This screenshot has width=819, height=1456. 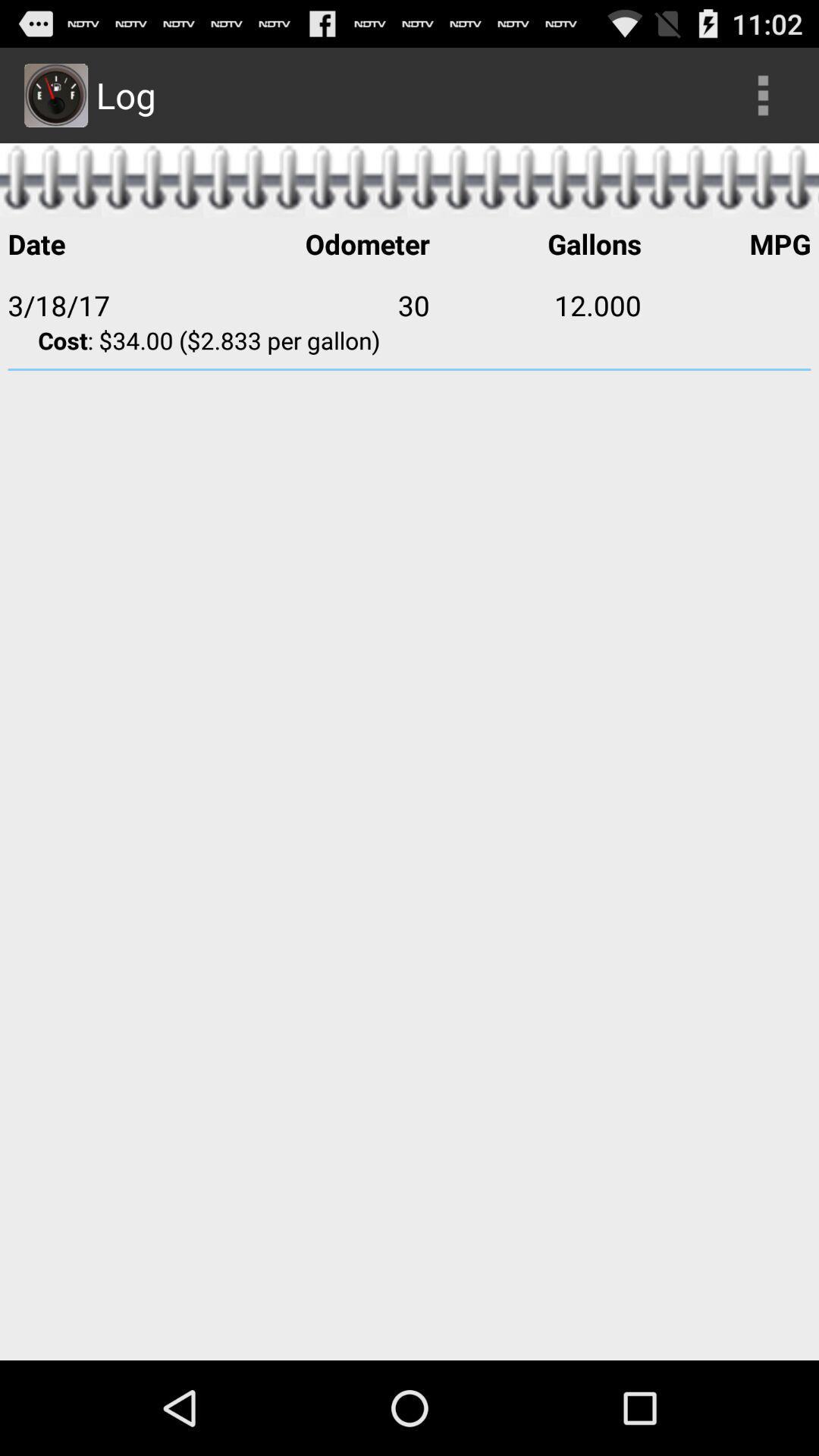 What do you see at coordinates (409, 339) in the screenshot?
I see `the cost 34 00 app` at bounding box center [409, 339].